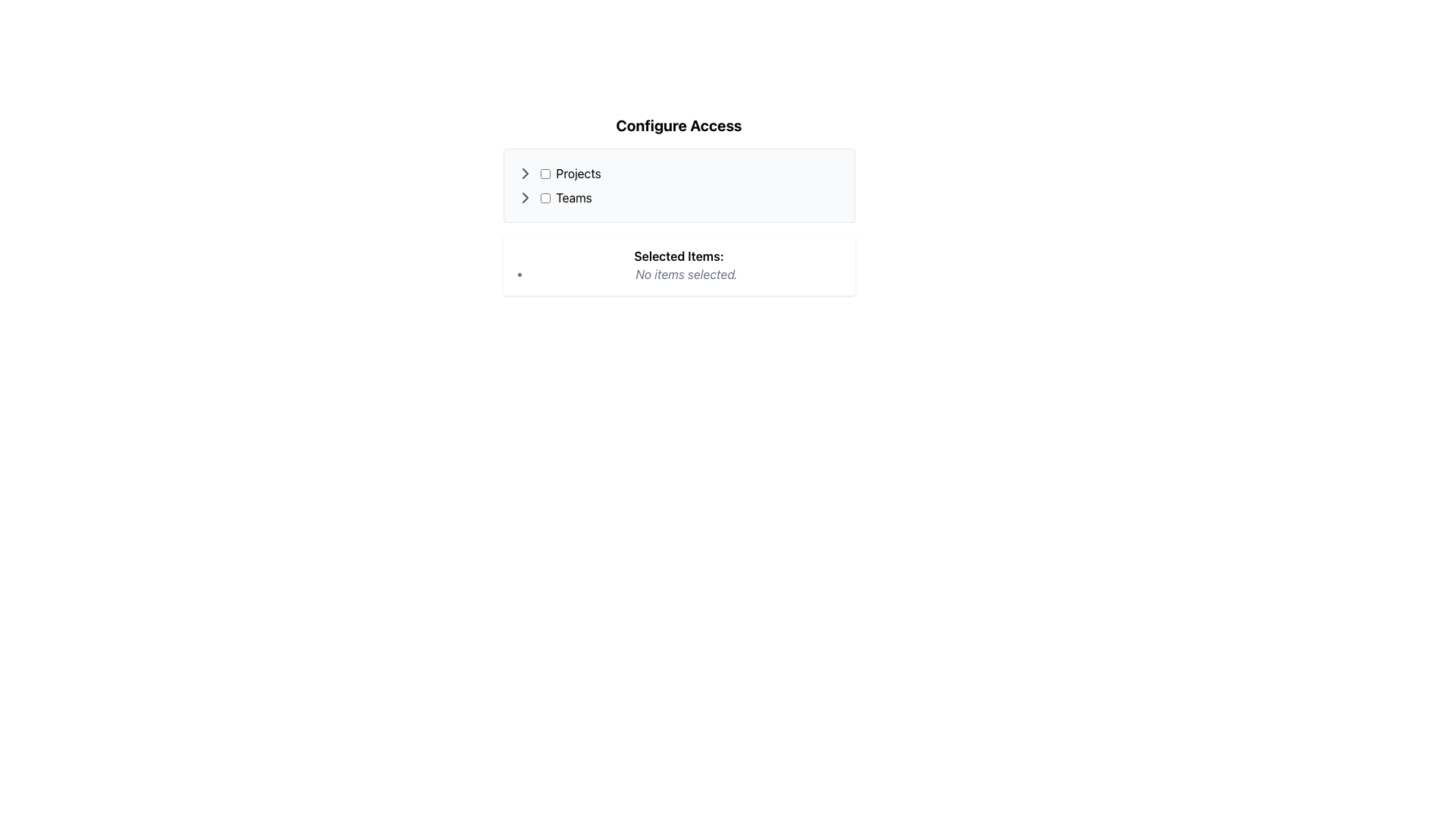  What do you see at coordinates (678, 265) in the screenshot?
I see `the Information display box that indicates no items have been selected, located below the 'Projects' and 'Teams' section` at bounding box center [678, 265].